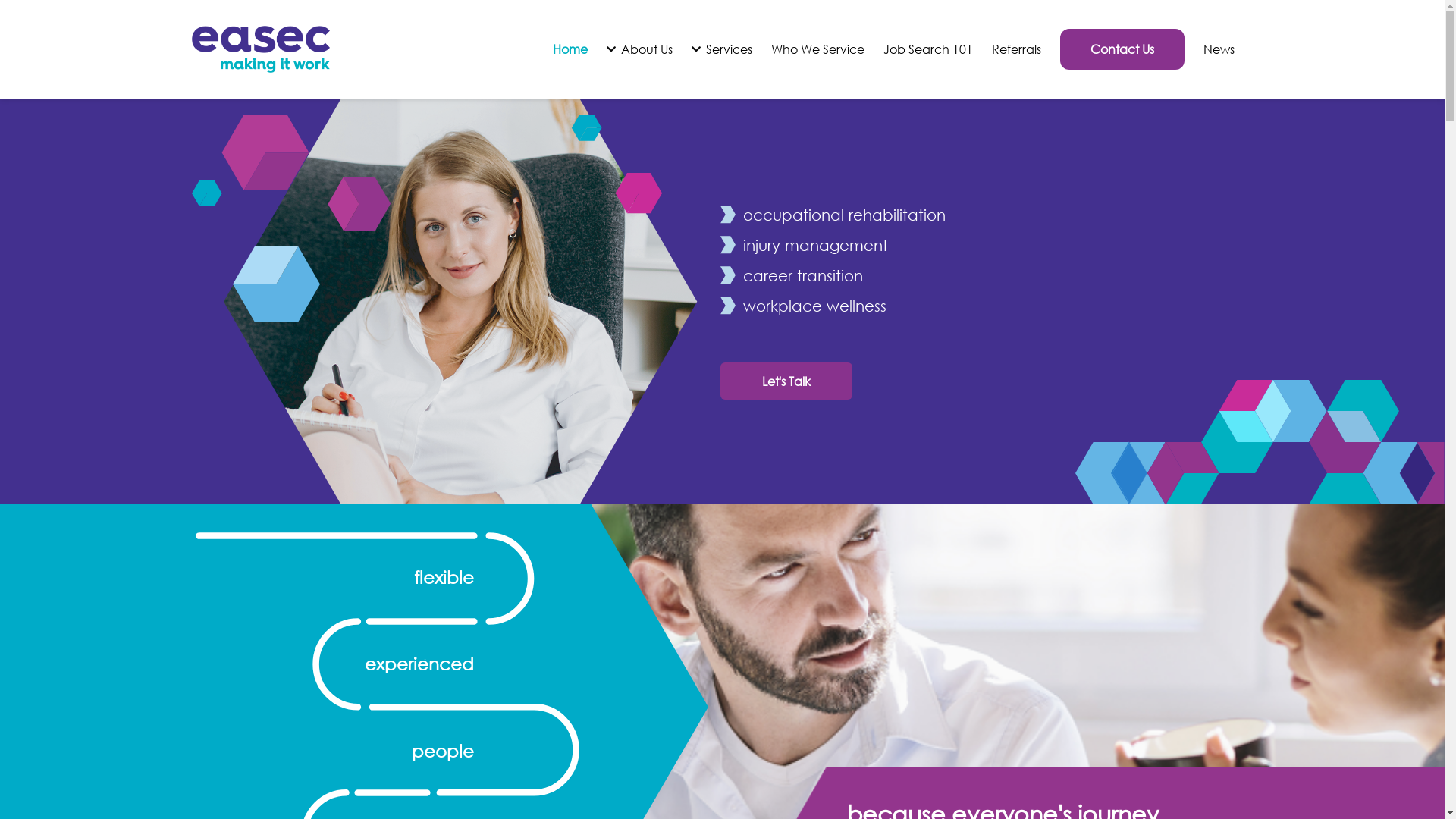  I want to click on 'Services', so click(720, 49).